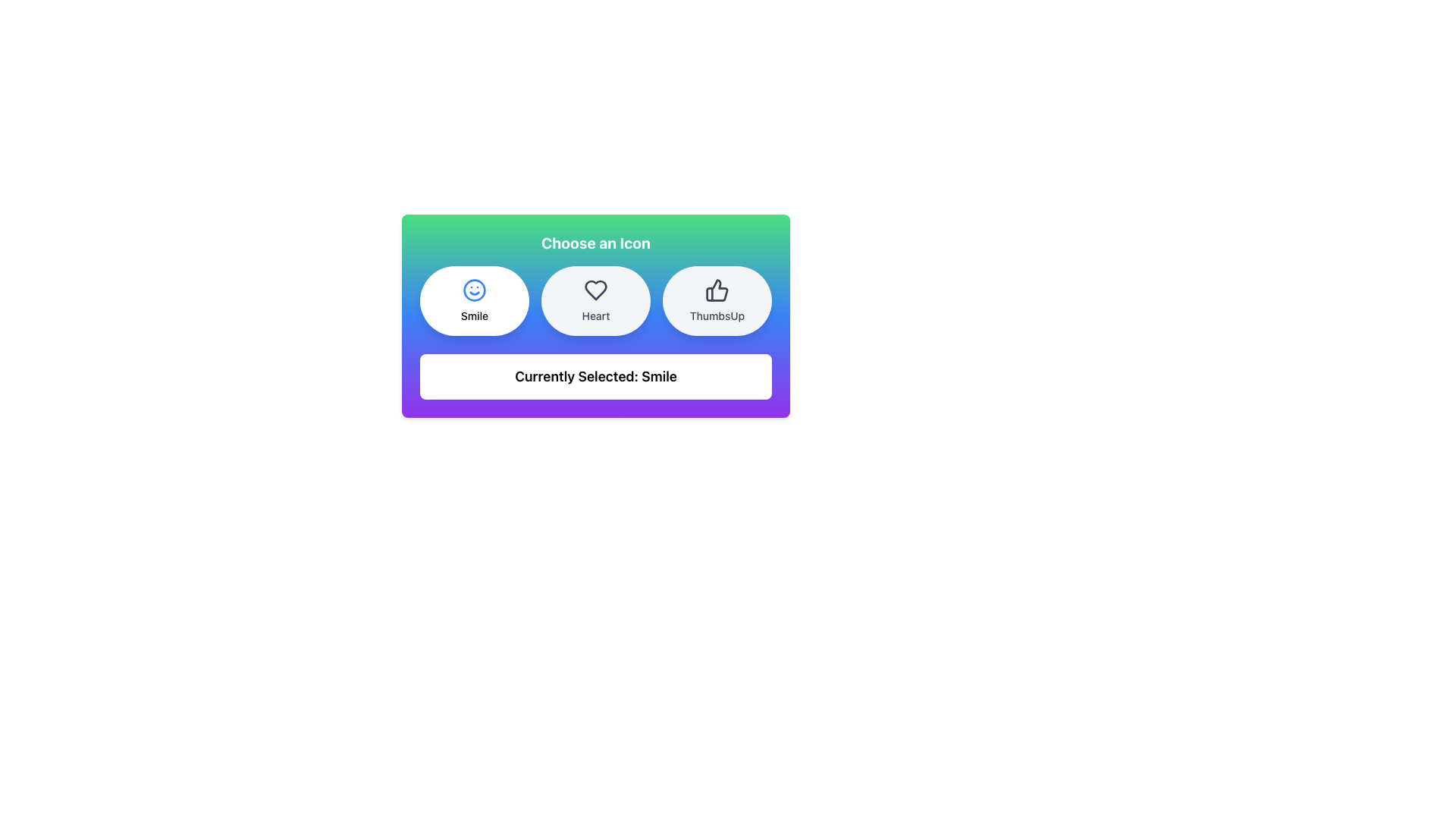 The height and width of the screenshot is (819, 1456). What do you see at coordinates (716, 290) in the screenshot?
I see `the thumbs-up icon, which is the rightmost icon in a group of three, located in the 'ThumbsUp' section` at bounding box center [716, 290].